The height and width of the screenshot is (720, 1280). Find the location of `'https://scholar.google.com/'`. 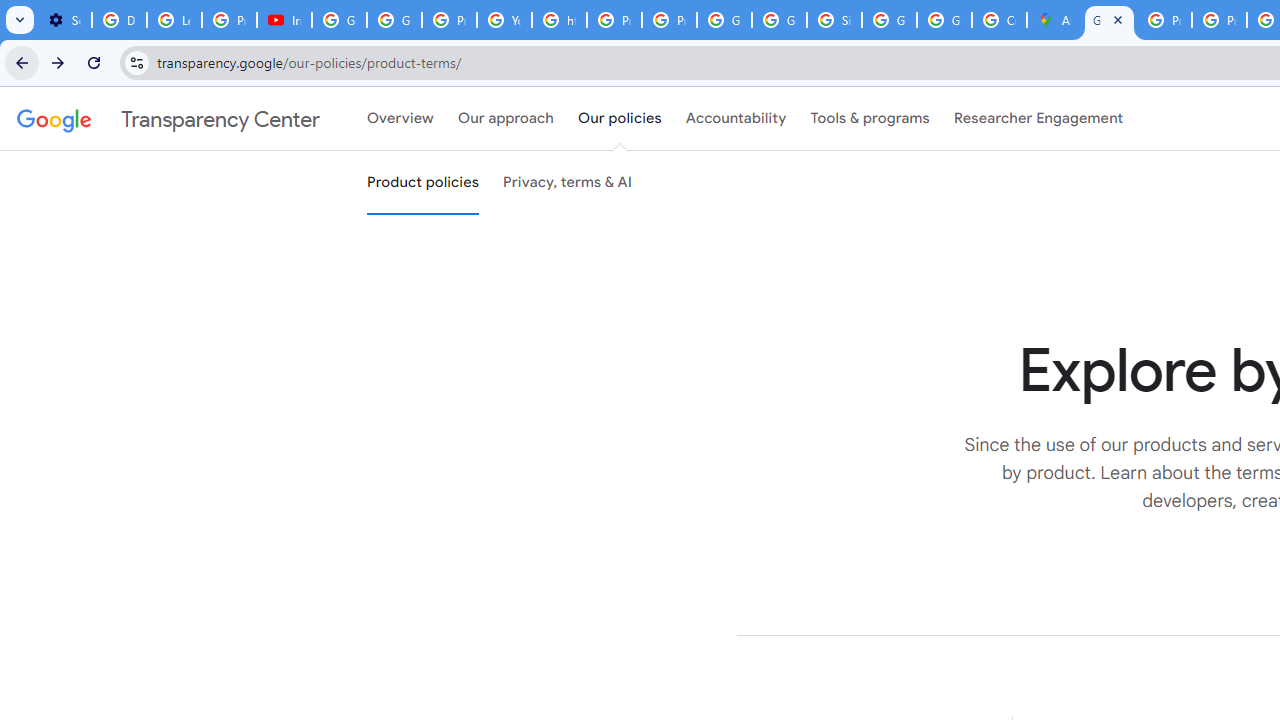

'https://scholar.google.com/' is located at coordinates (560, 20).